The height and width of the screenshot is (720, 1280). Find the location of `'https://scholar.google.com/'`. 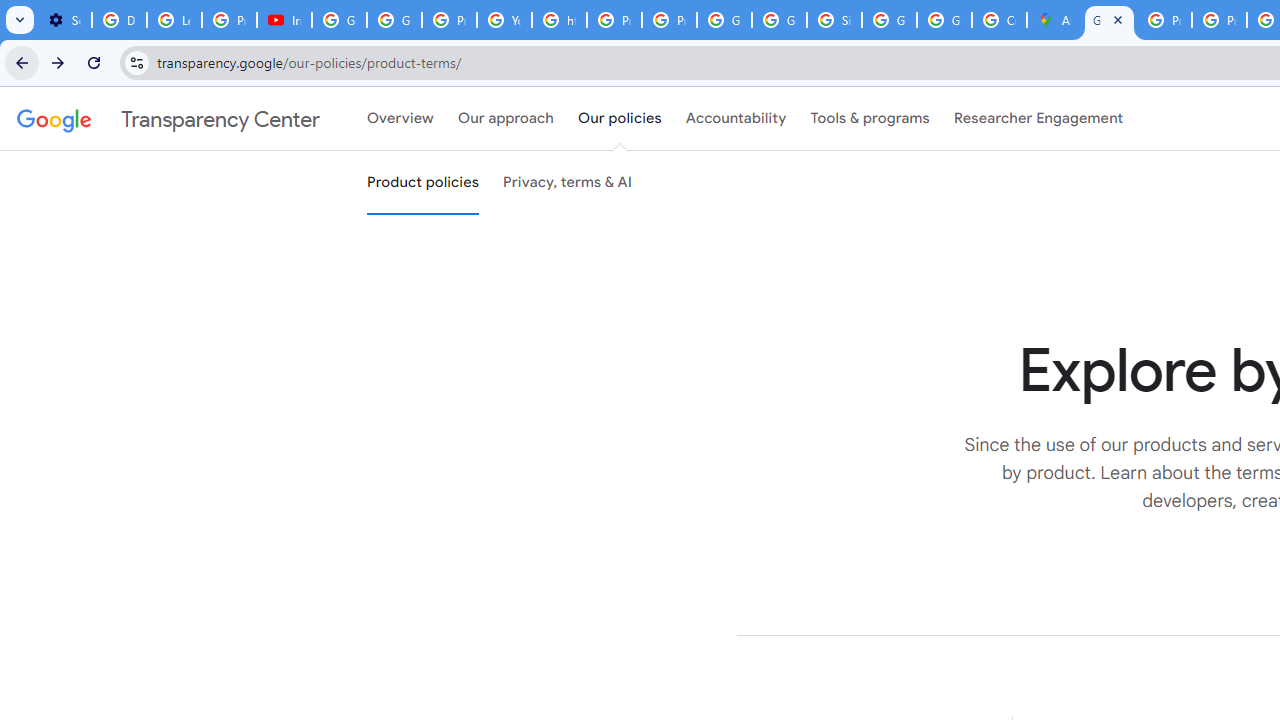

'https://scholar.google.com/' is located at coordinates (560, 20).